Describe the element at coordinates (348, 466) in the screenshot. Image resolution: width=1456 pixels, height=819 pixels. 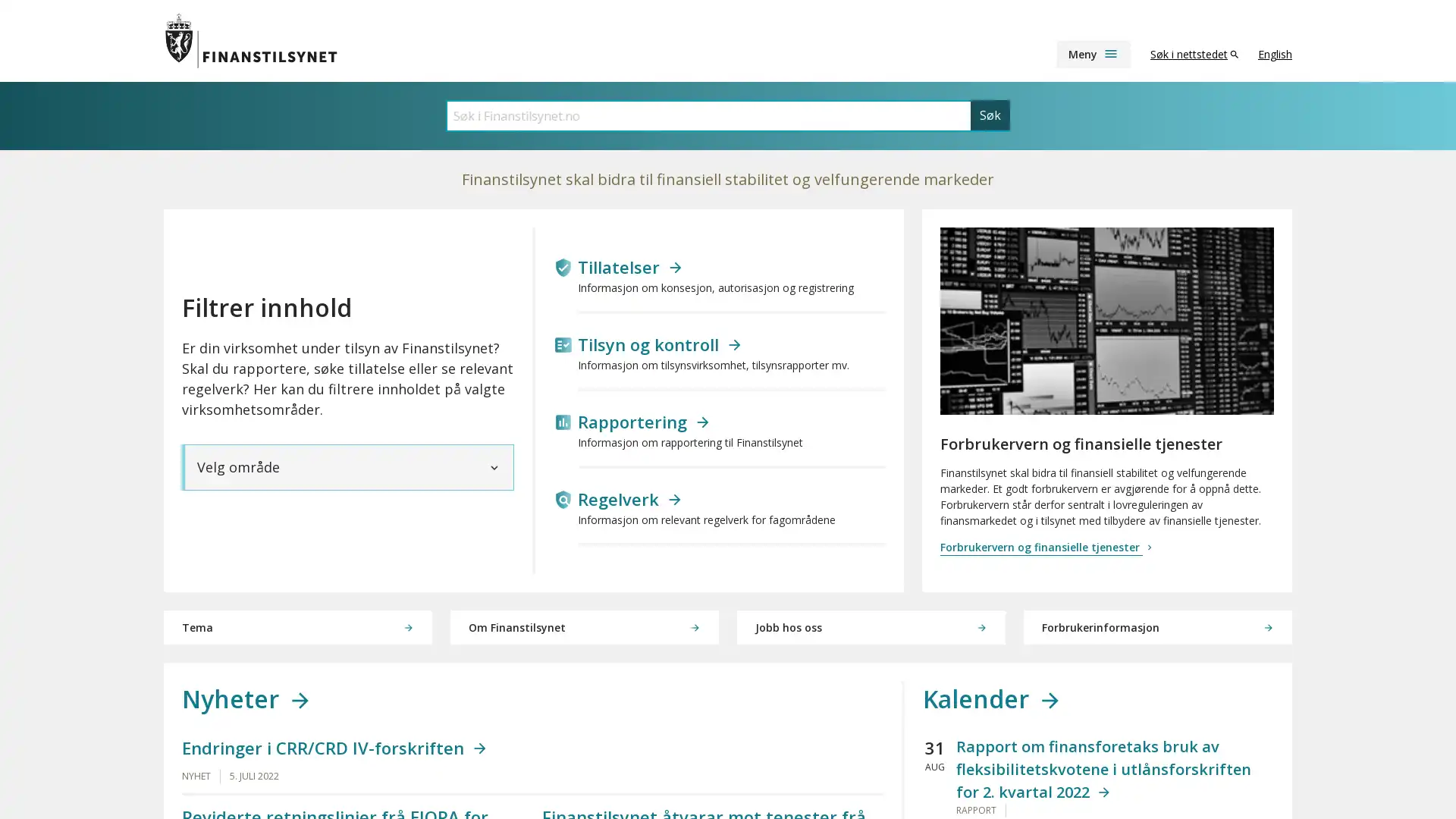
I see `Velg omrade` at that location.